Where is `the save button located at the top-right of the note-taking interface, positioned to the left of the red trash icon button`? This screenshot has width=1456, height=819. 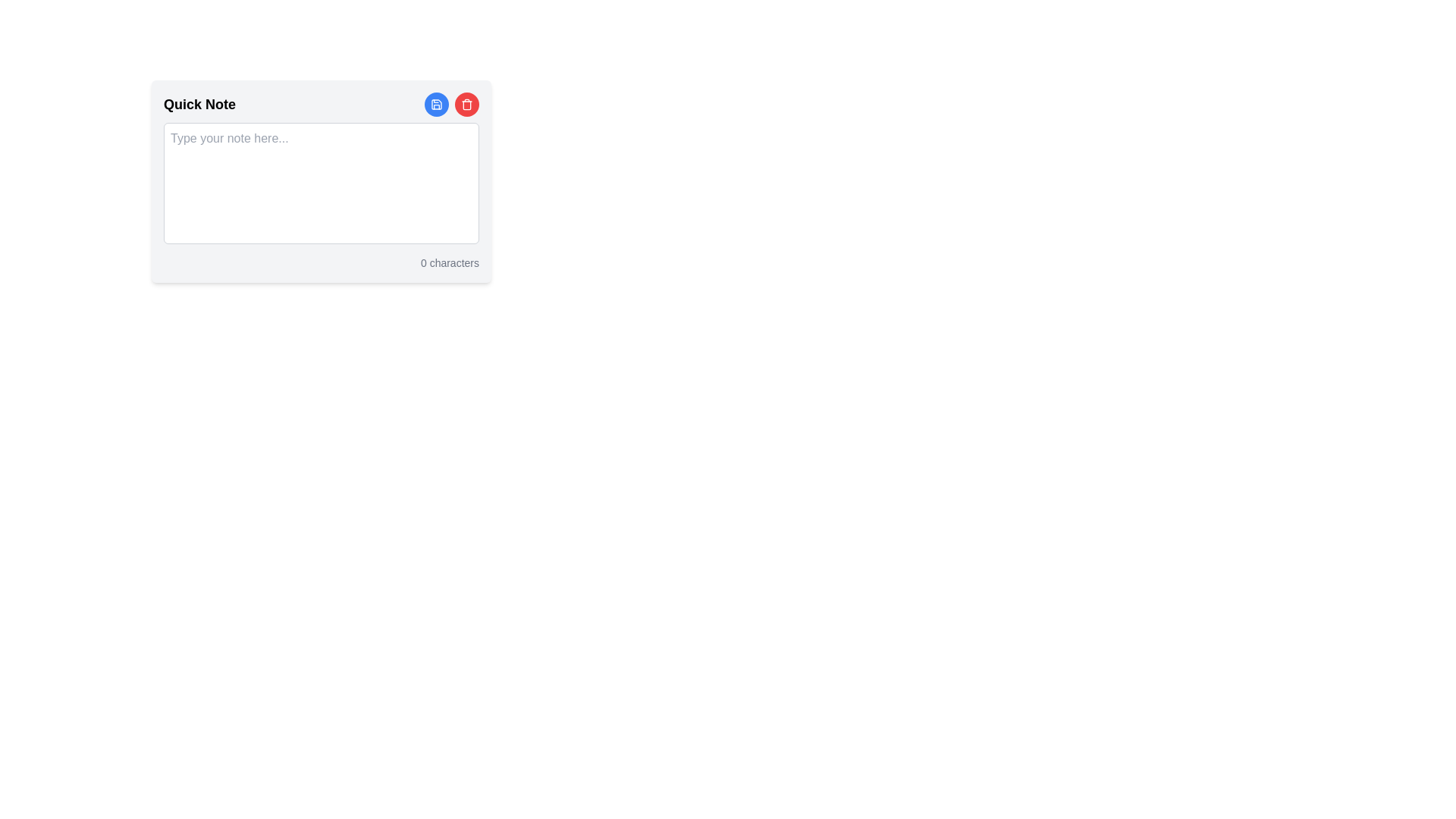
the save button located at the top-right of the note-taking interface, positioned to the left of the red trash icon button is located at coordinates (436, 104).